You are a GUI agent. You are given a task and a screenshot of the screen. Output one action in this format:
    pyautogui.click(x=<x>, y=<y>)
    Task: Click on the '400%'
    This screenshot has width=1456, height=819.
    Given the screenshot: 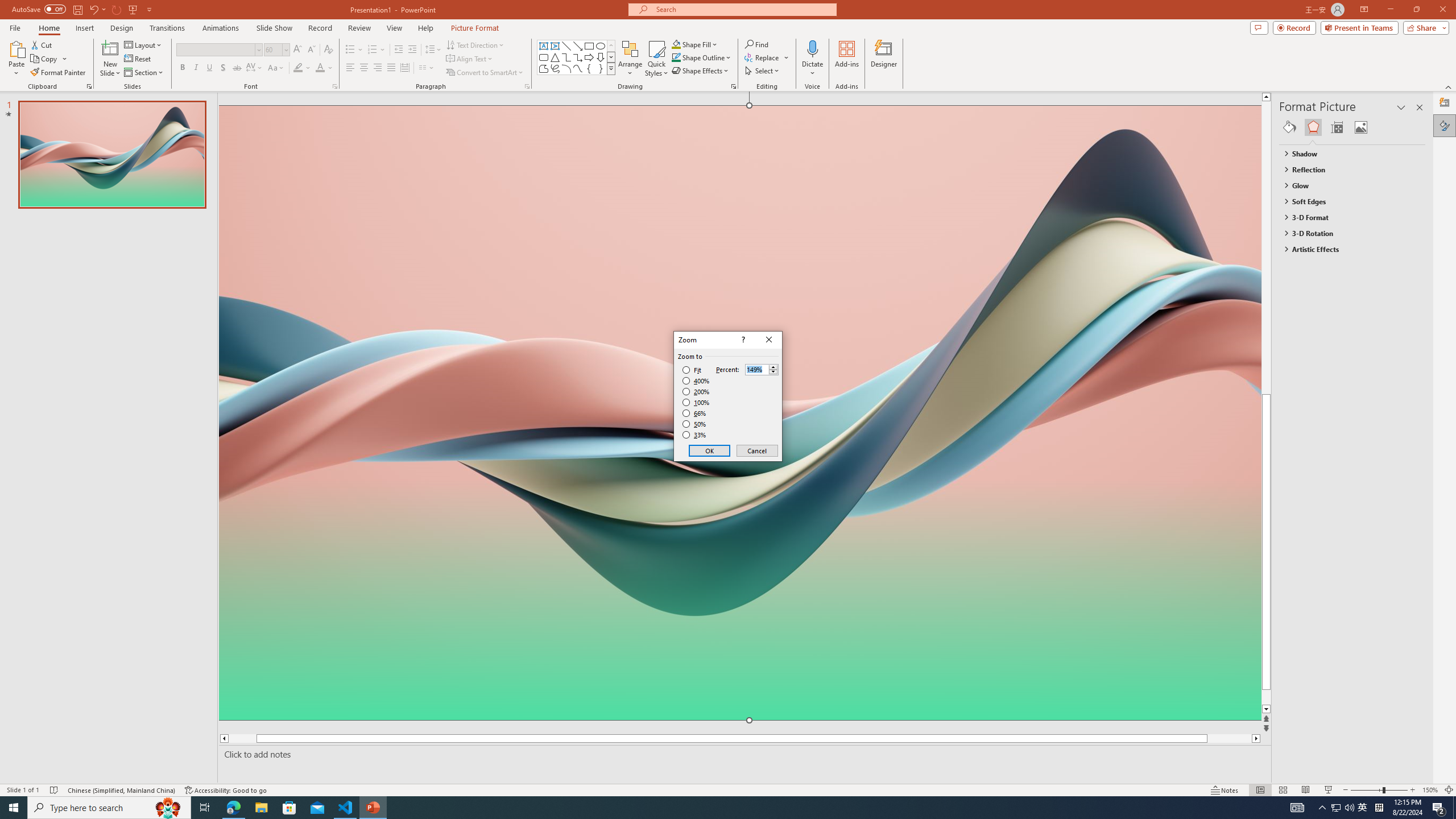 What is the action you would take?
    pyautogui.click(x=696, y=381)
    